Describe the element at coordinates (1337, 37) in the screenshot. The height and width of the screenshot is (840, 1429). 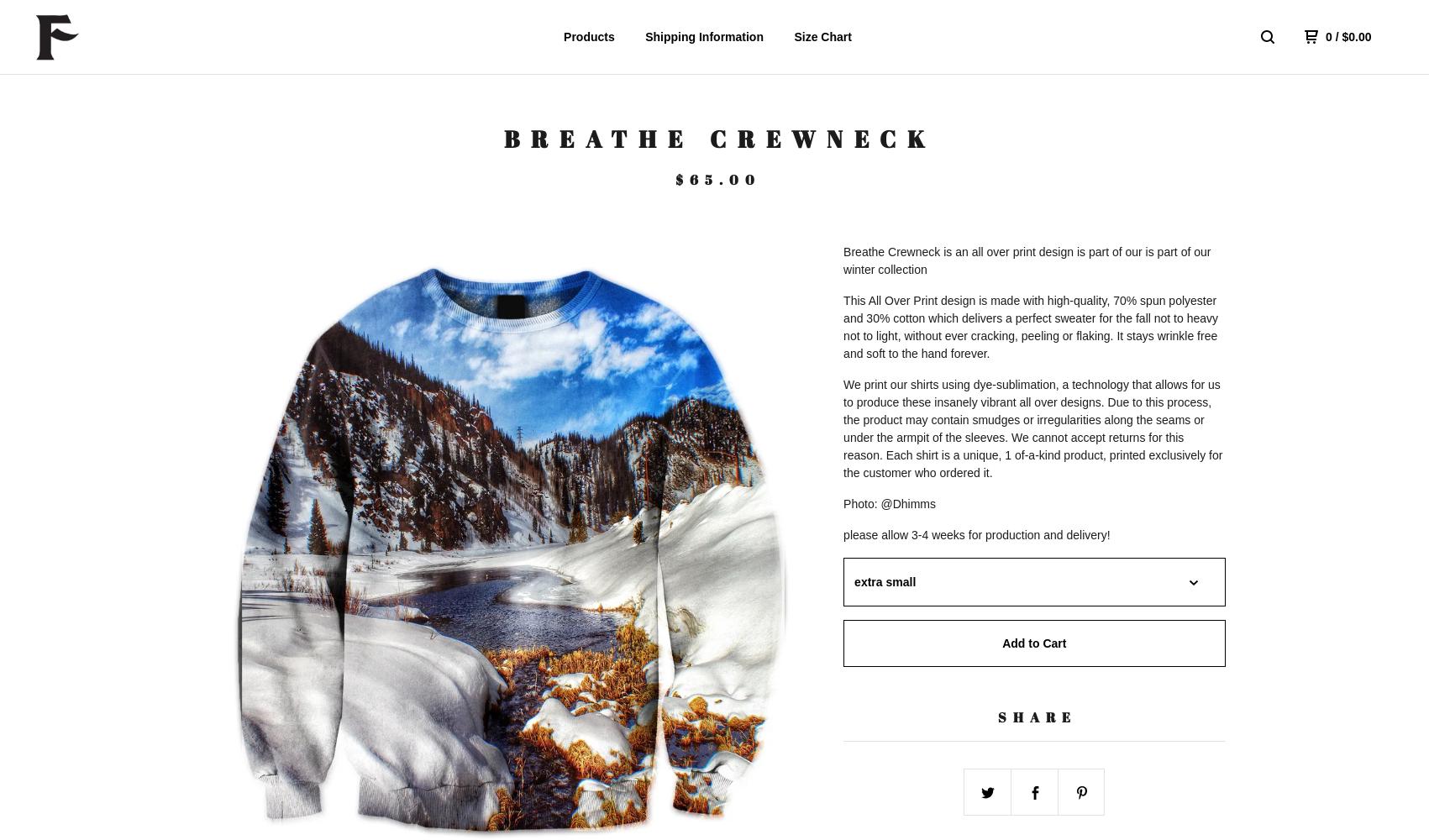
I see `'/'` at that location.